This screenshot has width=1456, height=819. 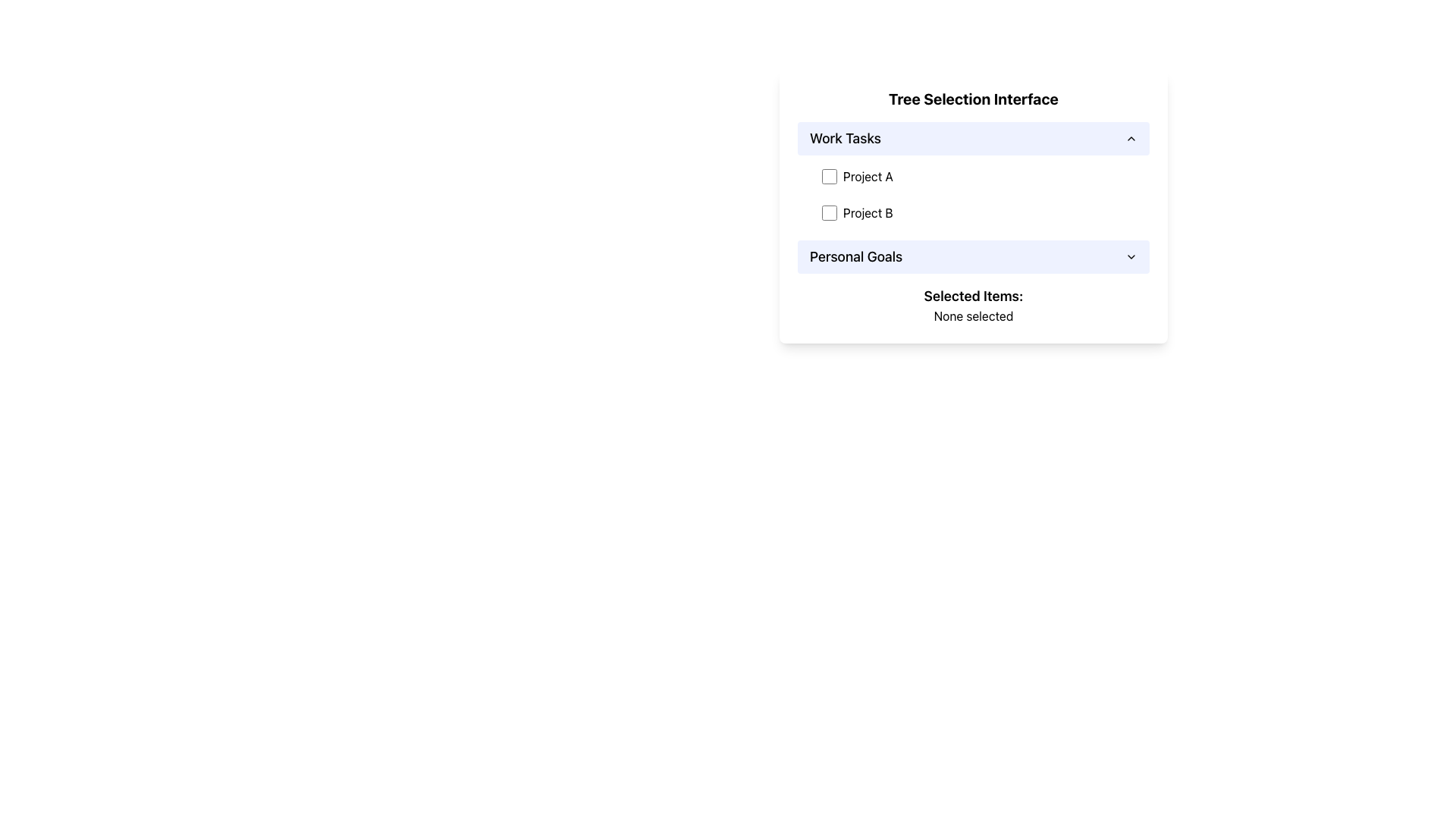 What do you see at coordinates (973, 305) in the screenshot?
I see `the informational display text element labeled 'Selected Items:' which indicates the current selection status with 'None selected' on a white background` at bounding box center [973, 305].